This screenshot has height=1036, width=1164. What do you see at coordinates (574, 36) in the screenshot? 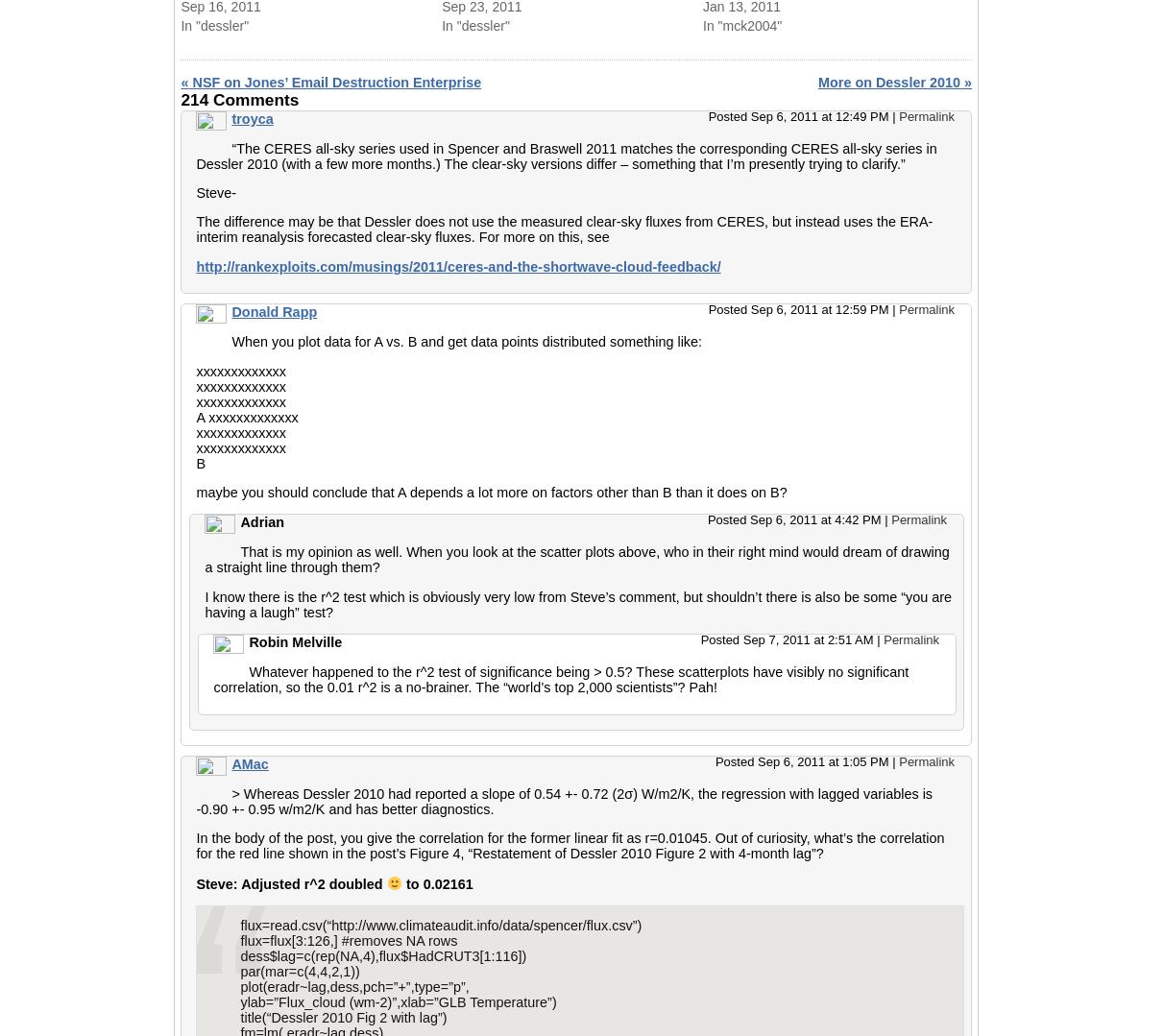
I see `'and tagged'` at bounding box center [574, 36].